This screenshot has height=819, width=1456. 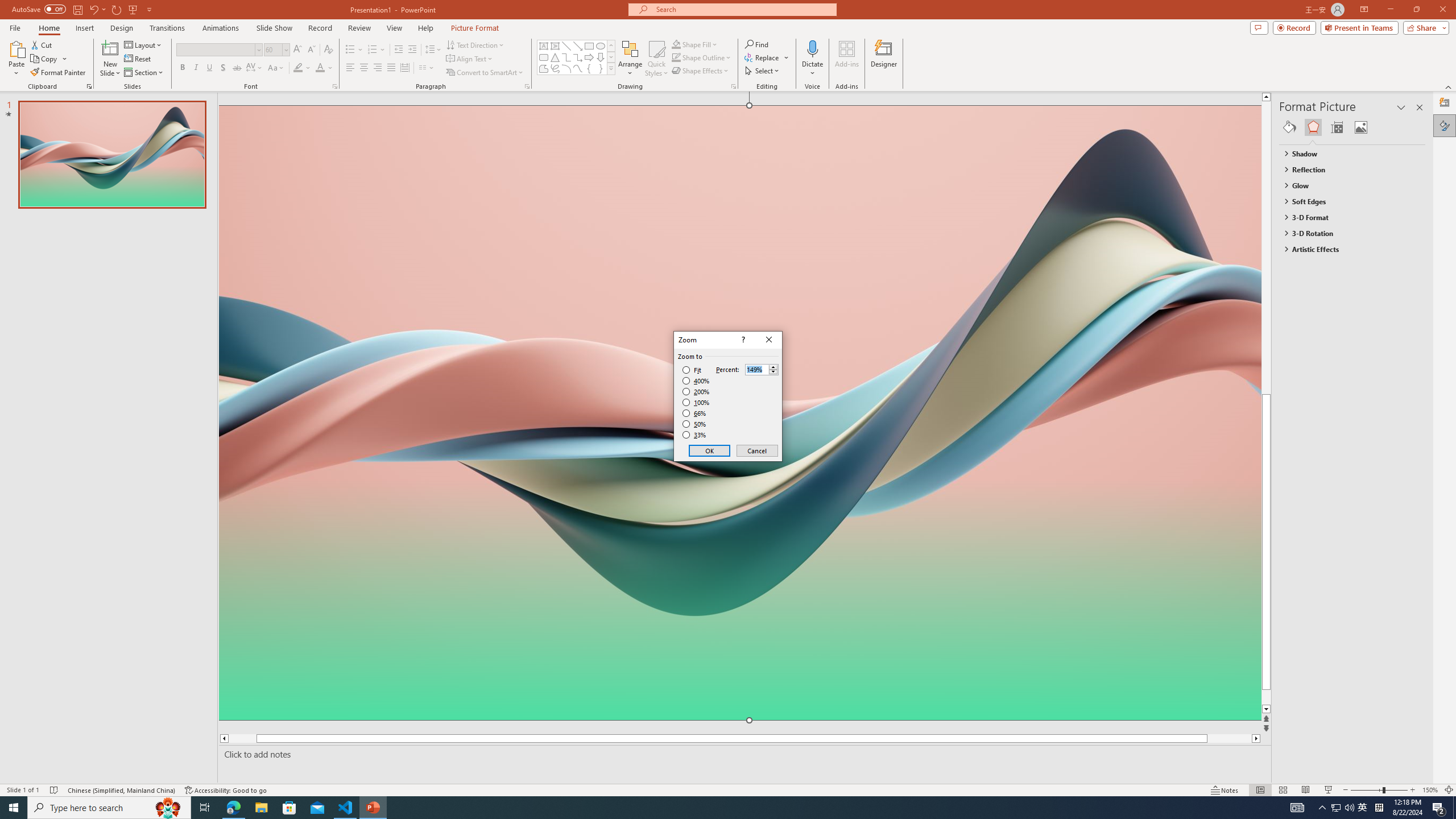 What do you see at coordinates (1347, 217) in the screenshot?
I see `'3-D Format'` at bounding box center [1347, 217].